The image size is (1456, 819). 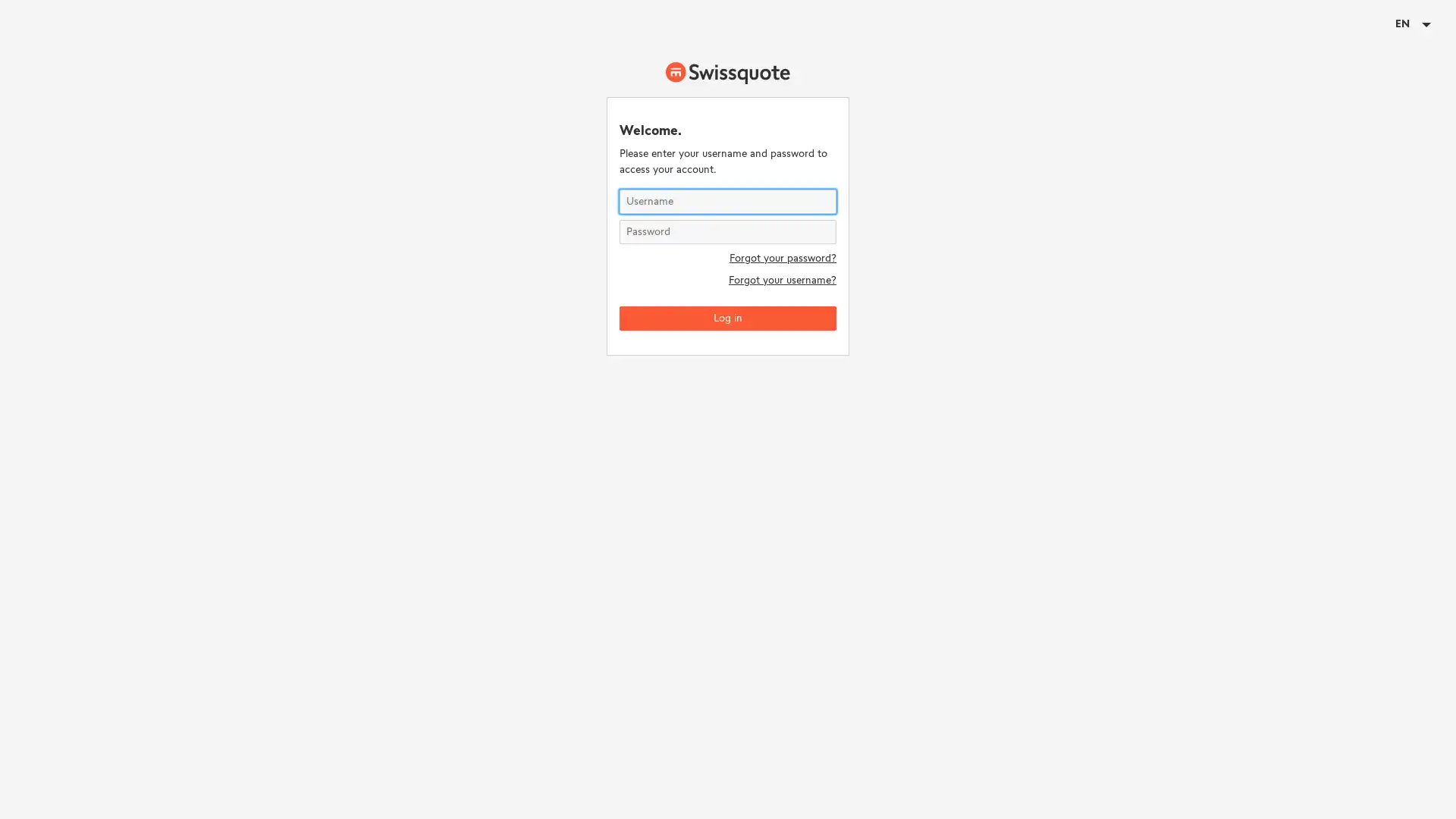 I want to click on Log in, so click(x=728, y=317).